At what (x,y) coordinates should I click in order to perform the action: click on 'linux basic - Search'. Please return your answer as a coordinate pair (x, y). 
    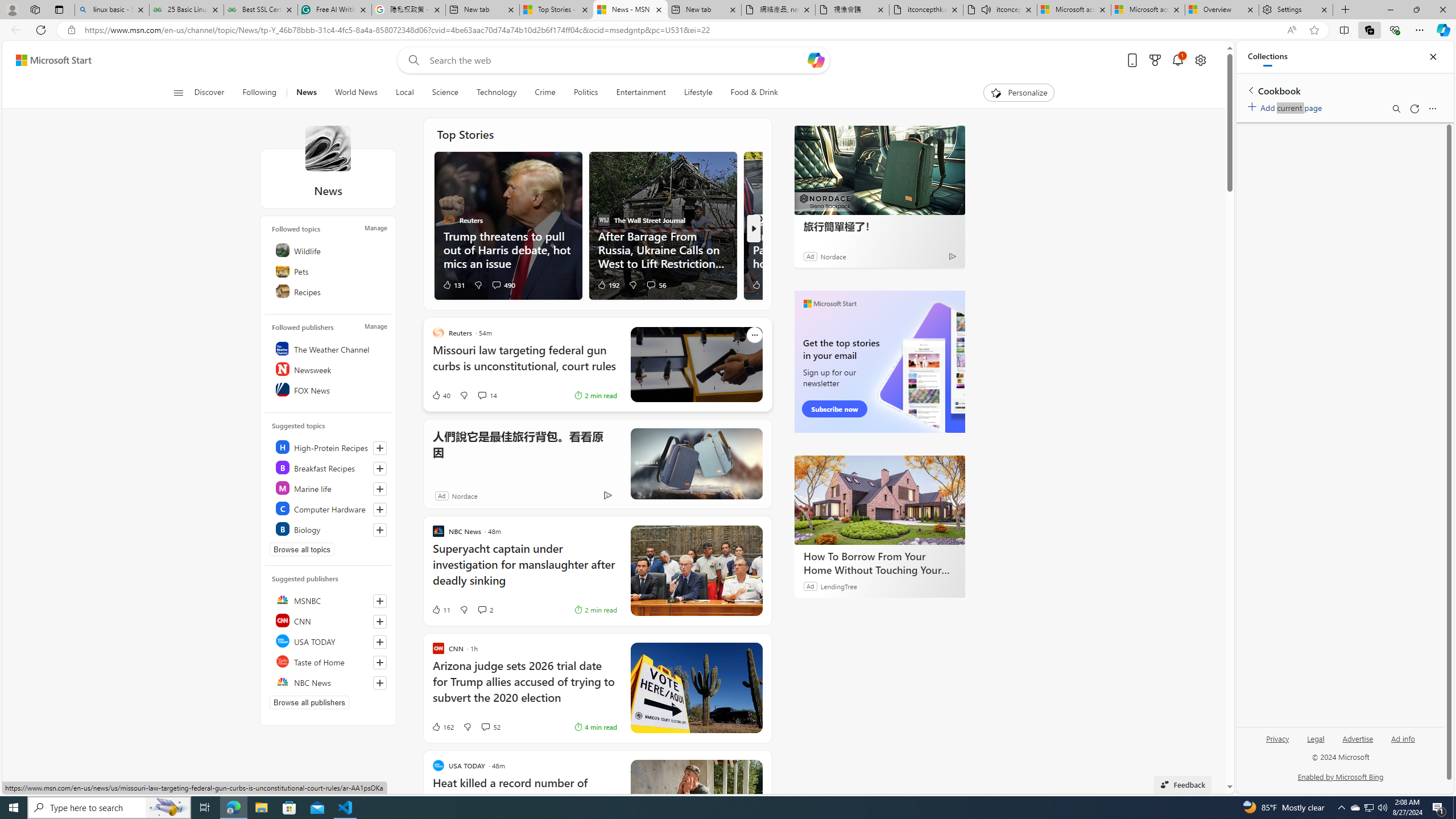
    Looking at the image, I should click on (111, 9).